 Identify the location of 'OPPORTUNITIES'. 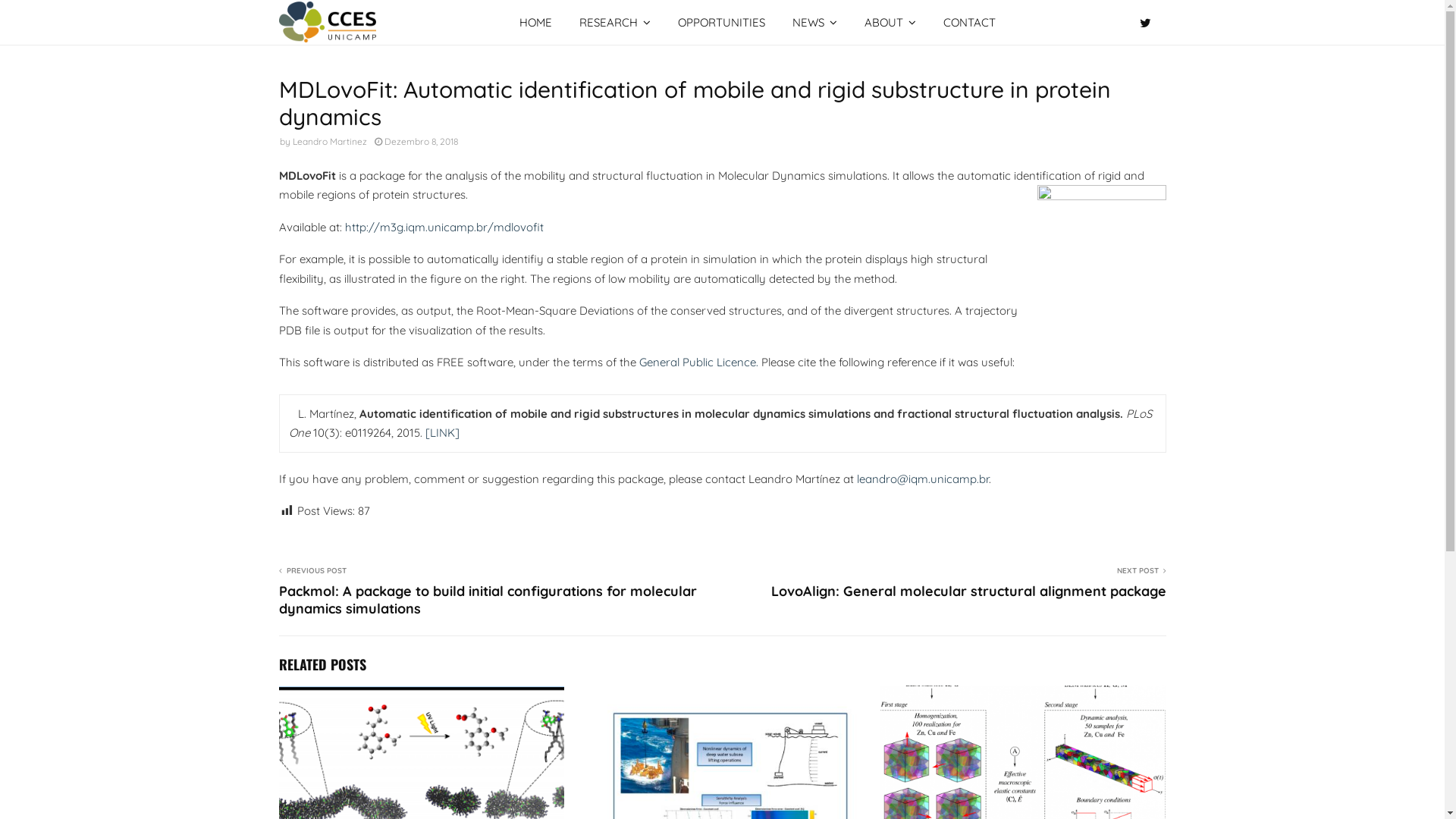
(720, 23).